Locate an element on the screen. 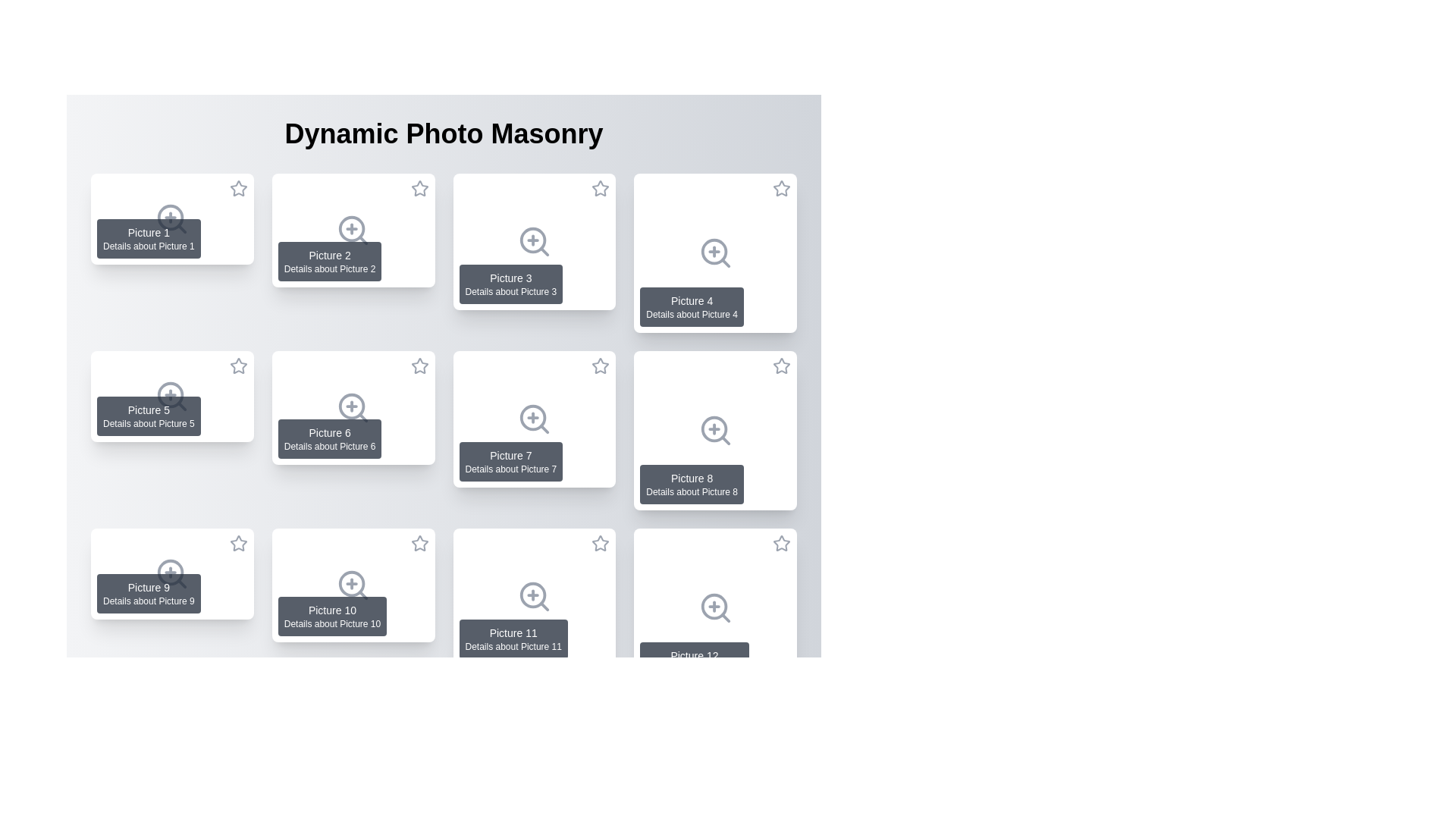 The height and width of the screenshot is (819, 1456). the star icon in the top-right corner of Picture 8 to mark the associated item as favorite is located at coordinates (782, 369).